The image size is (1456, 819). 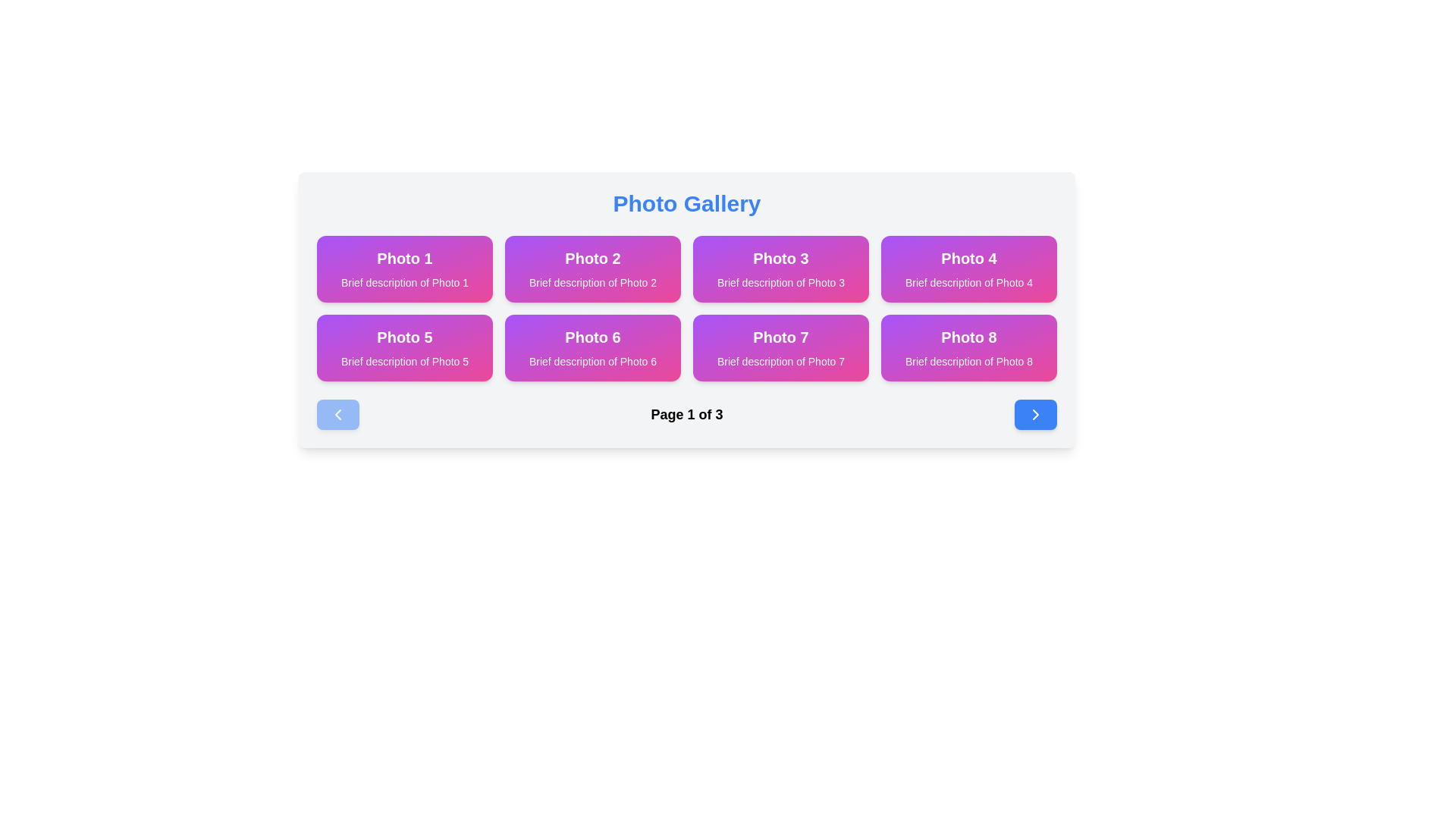 I want to click on text content of the small text area labeled 'Brief description of Photo 4', which is located below the title 'Photo 4' in a card with a gradient pink to purple background, so click(x=968, y=283).